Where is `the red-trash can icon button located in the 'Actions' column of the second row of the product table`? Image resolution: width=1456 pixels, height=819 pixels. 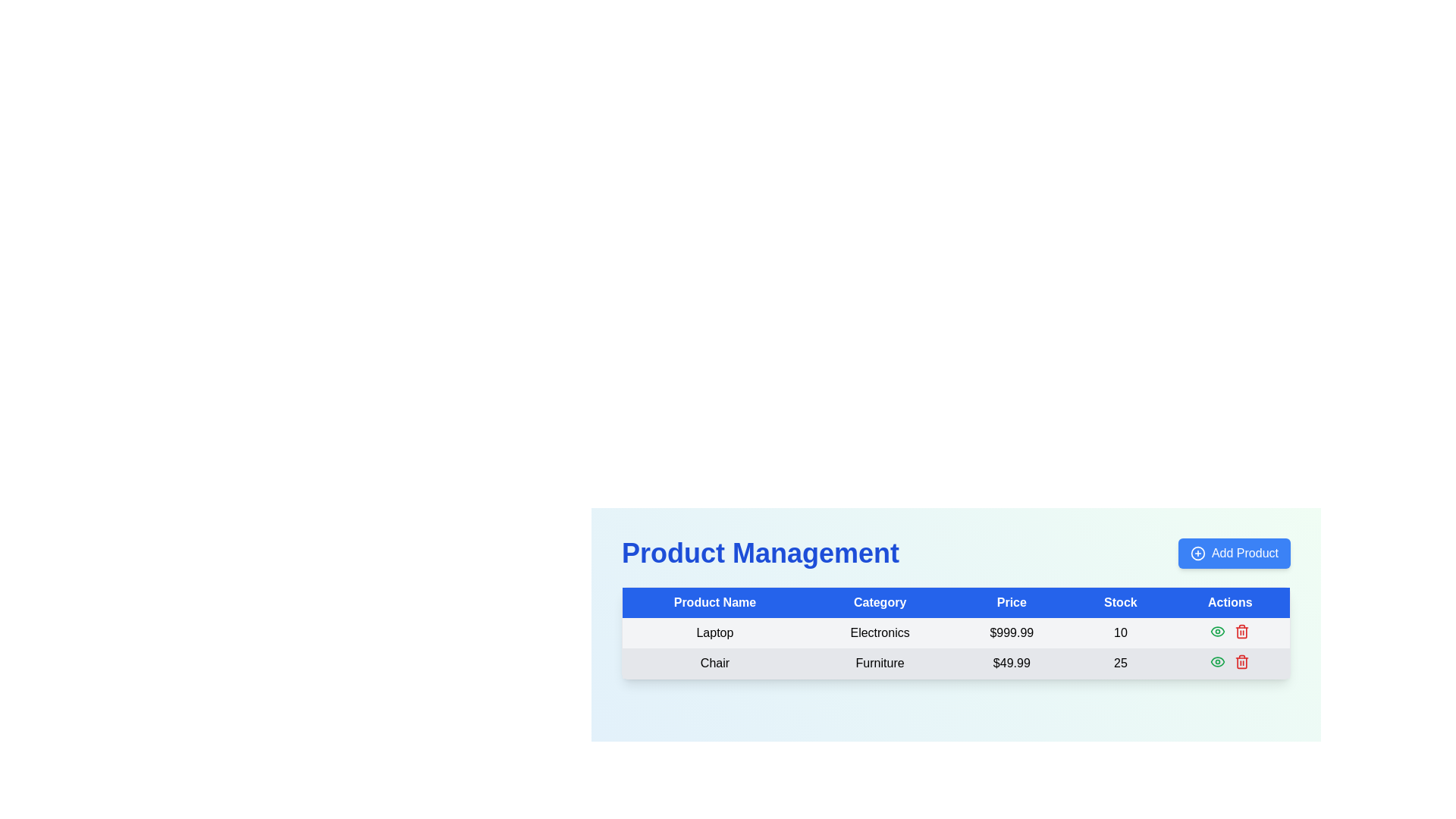
the red-trash can icon button located in the 'Actions' column of the second row of the product table is located at coordinates (1242, 661).